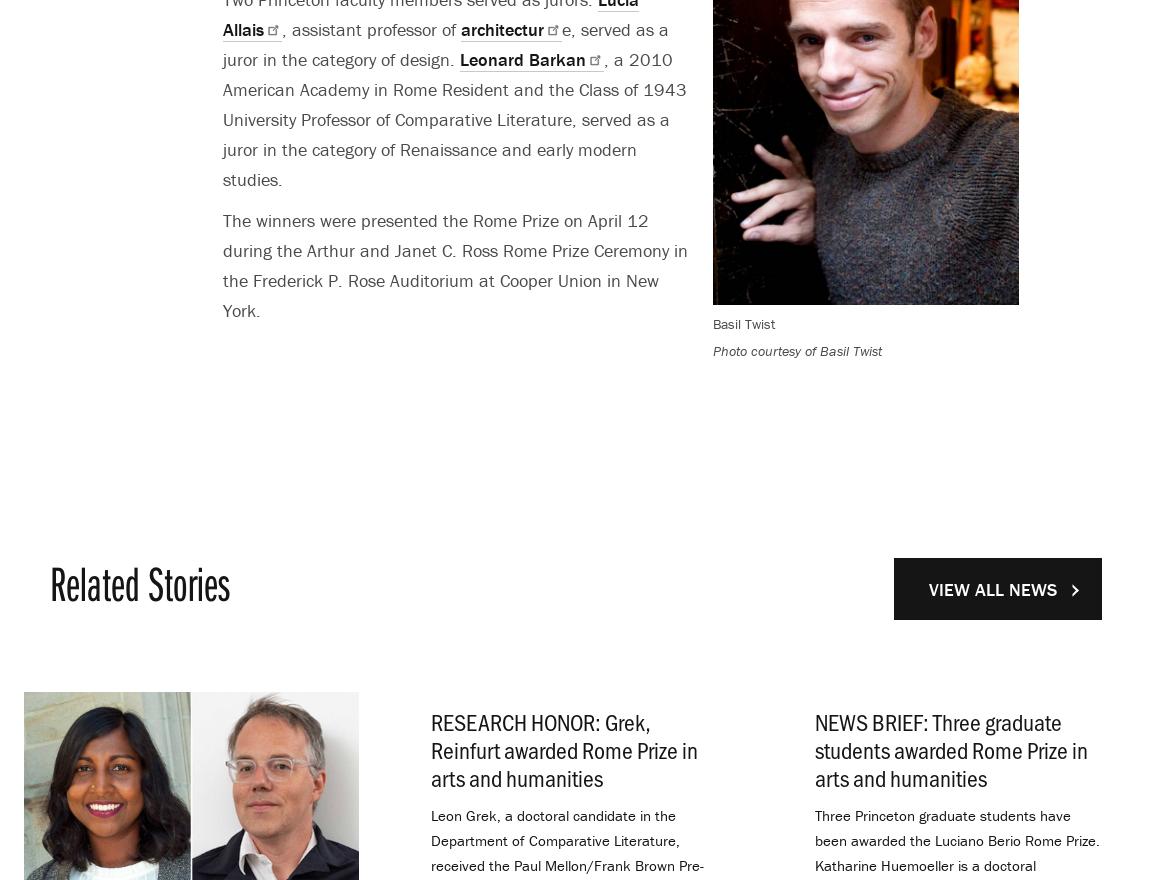  I want to click on 'Basil Twist', so click(710, 323).